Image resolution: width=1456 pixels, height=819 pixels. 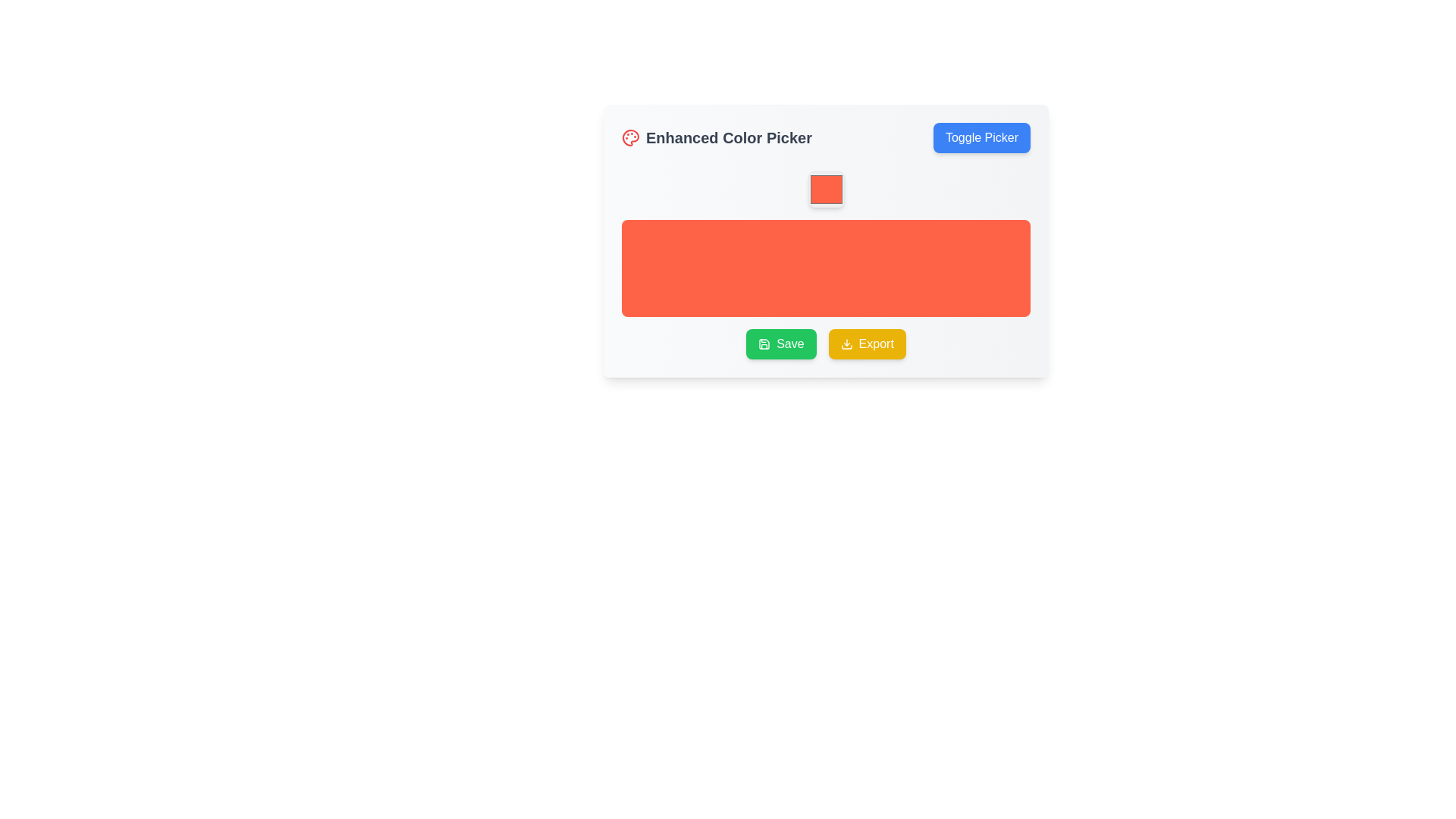 What do you see at coordinates (825, 344) in the screenshot?
I see `the 'Export' button, which is the right button` at bounding box center [825, 344].